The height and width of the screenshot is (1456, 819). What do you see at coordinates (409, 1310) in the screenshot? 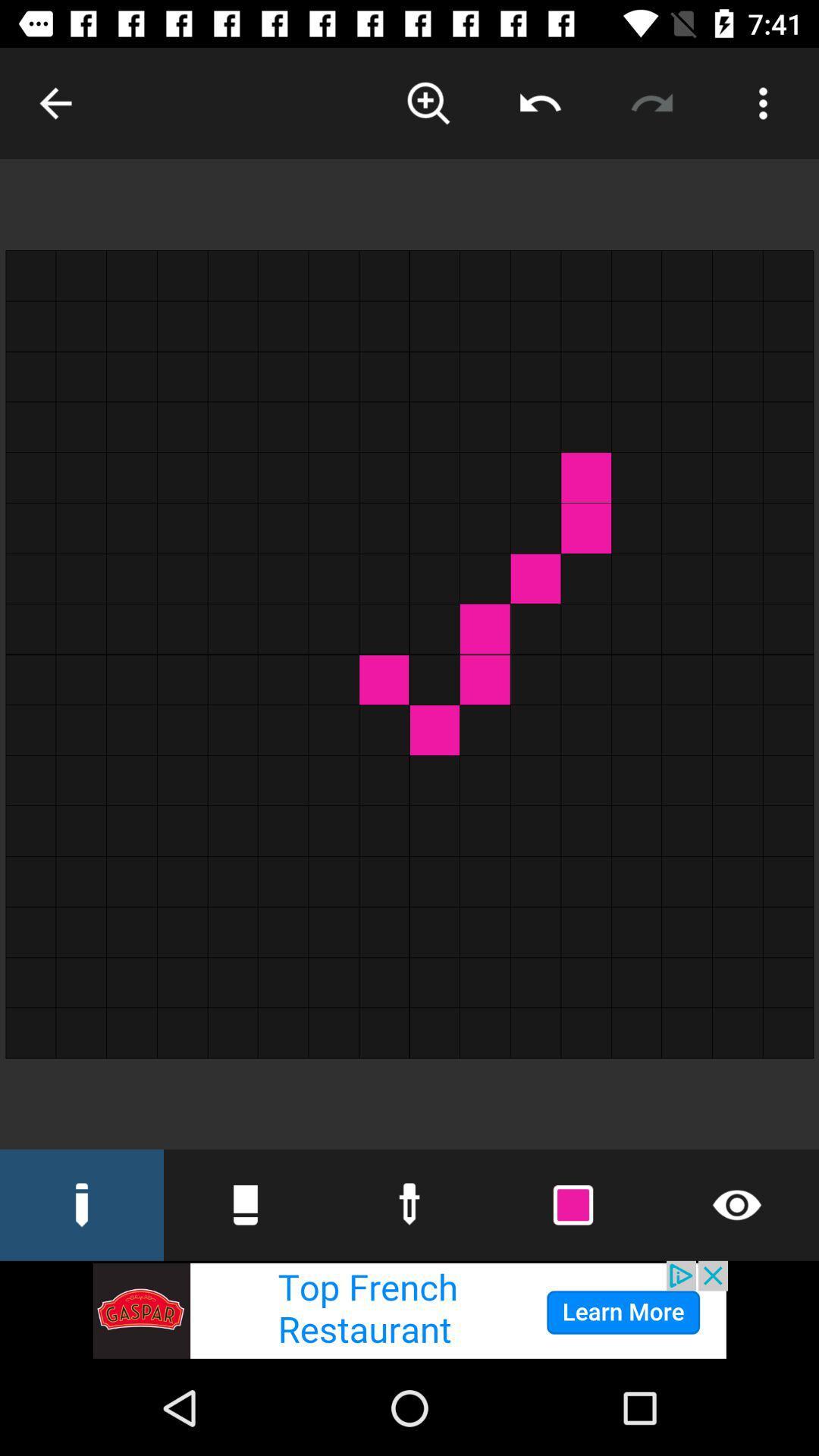
I see `the advertisement page` at bounding box center [409, 1310].